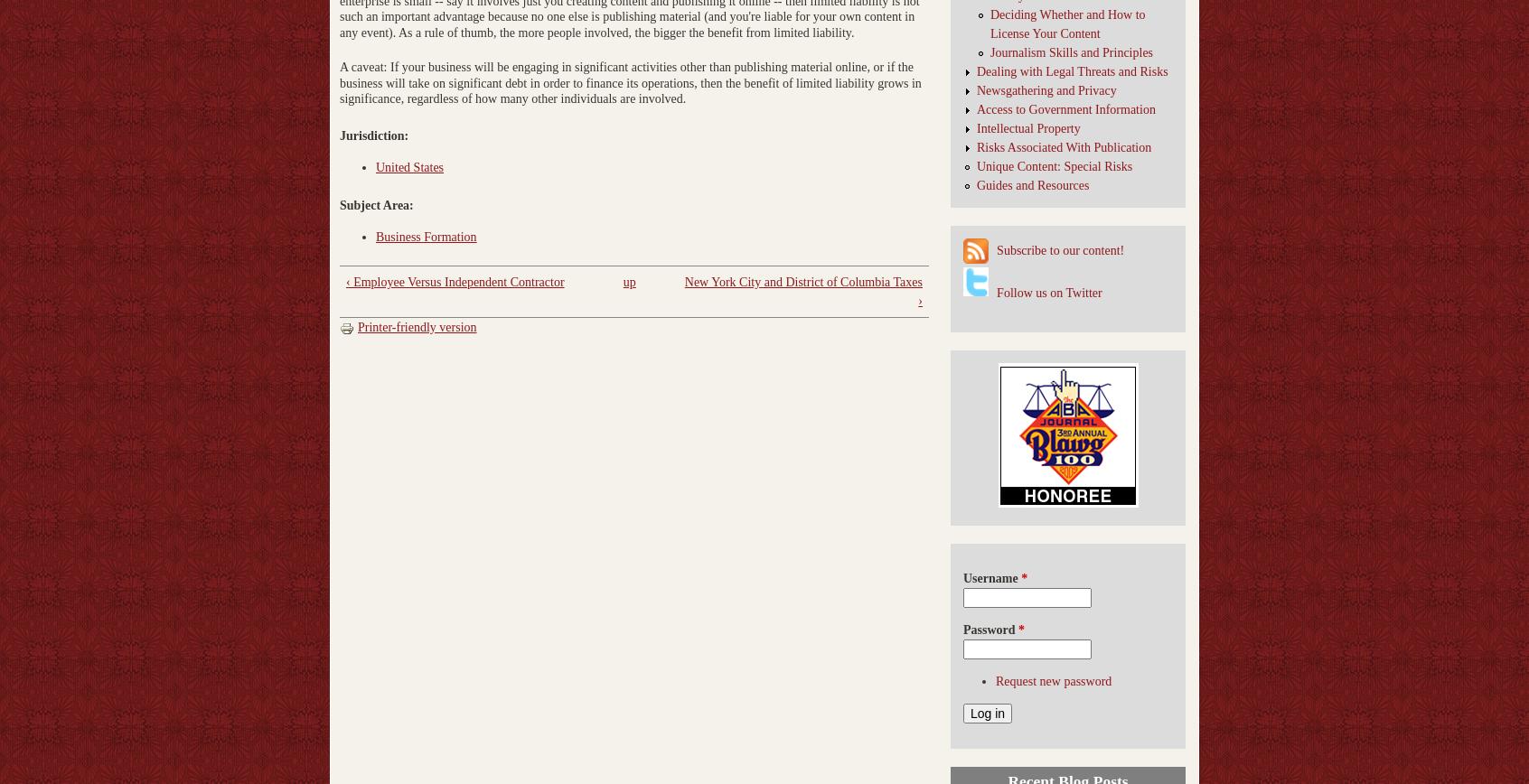 Image resolution: width=1529 pixels, height=784 pixels. I want to click on 'Risks Associated With Publication', so click(1063, 146).